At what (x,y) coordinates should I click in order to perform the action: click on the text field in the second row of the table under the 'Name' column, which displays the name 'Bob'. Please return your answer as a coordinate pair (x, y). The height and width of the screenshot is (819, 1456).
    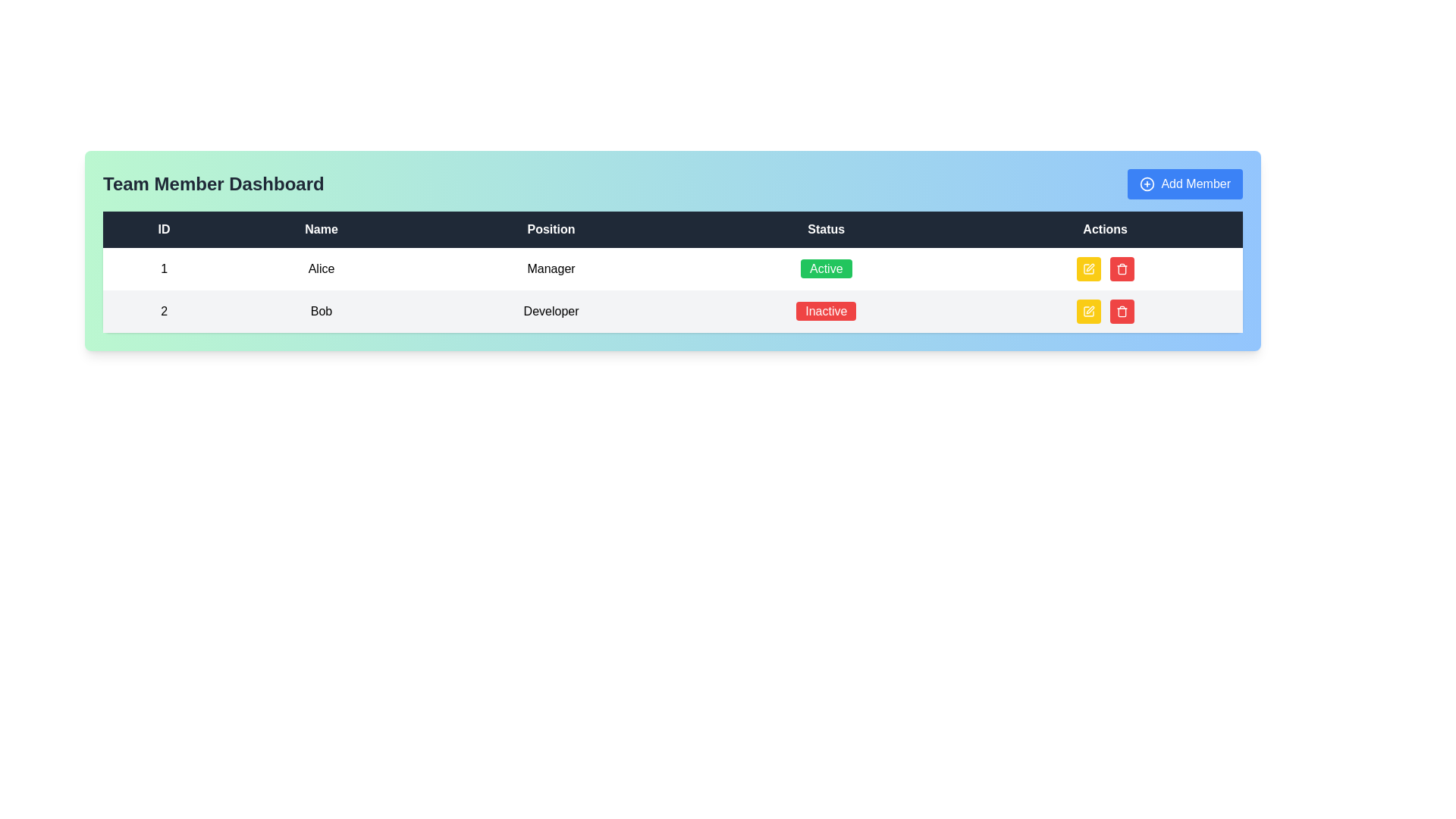
    Looking at the image, I should click on (320, 311).